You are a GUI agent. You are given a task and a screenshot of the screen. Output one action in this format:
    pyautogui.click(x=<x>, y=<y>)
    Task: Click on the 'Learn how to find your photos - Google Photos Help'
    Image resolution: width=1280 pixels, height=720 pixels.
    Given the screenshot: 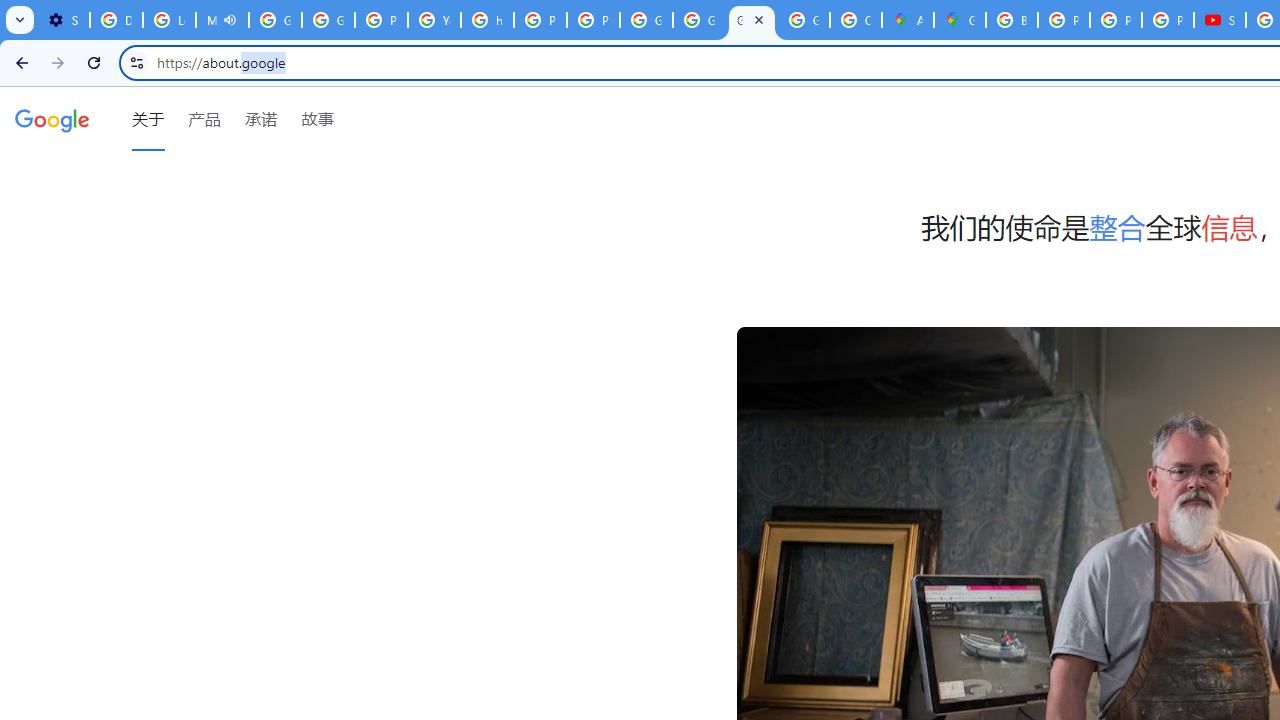 What is the action you would take?
    pyautogui.click(x=169, y=20)
    